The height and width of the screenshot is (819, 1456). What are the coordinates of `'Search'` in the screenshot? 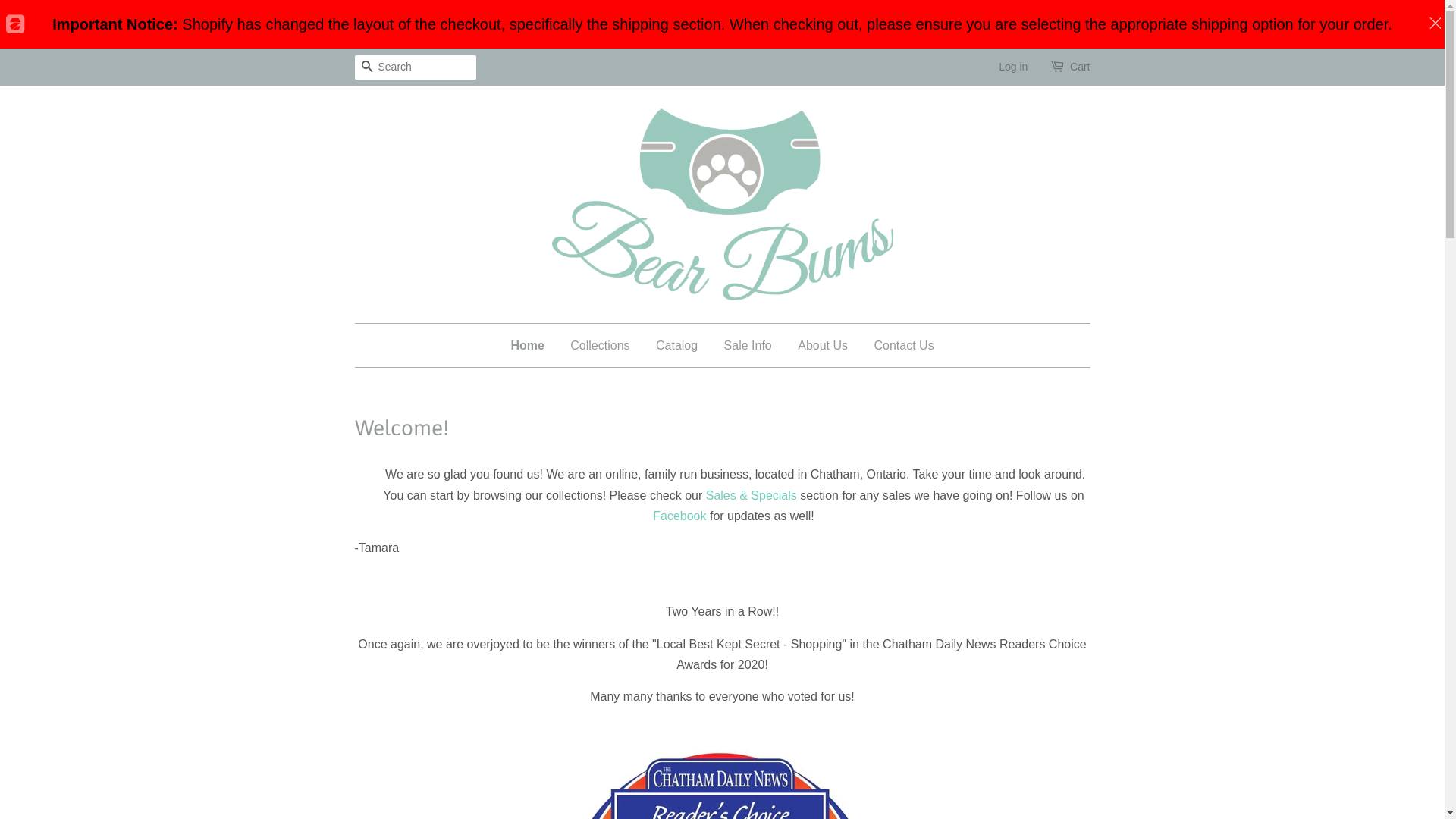 It's located at (367, 67).